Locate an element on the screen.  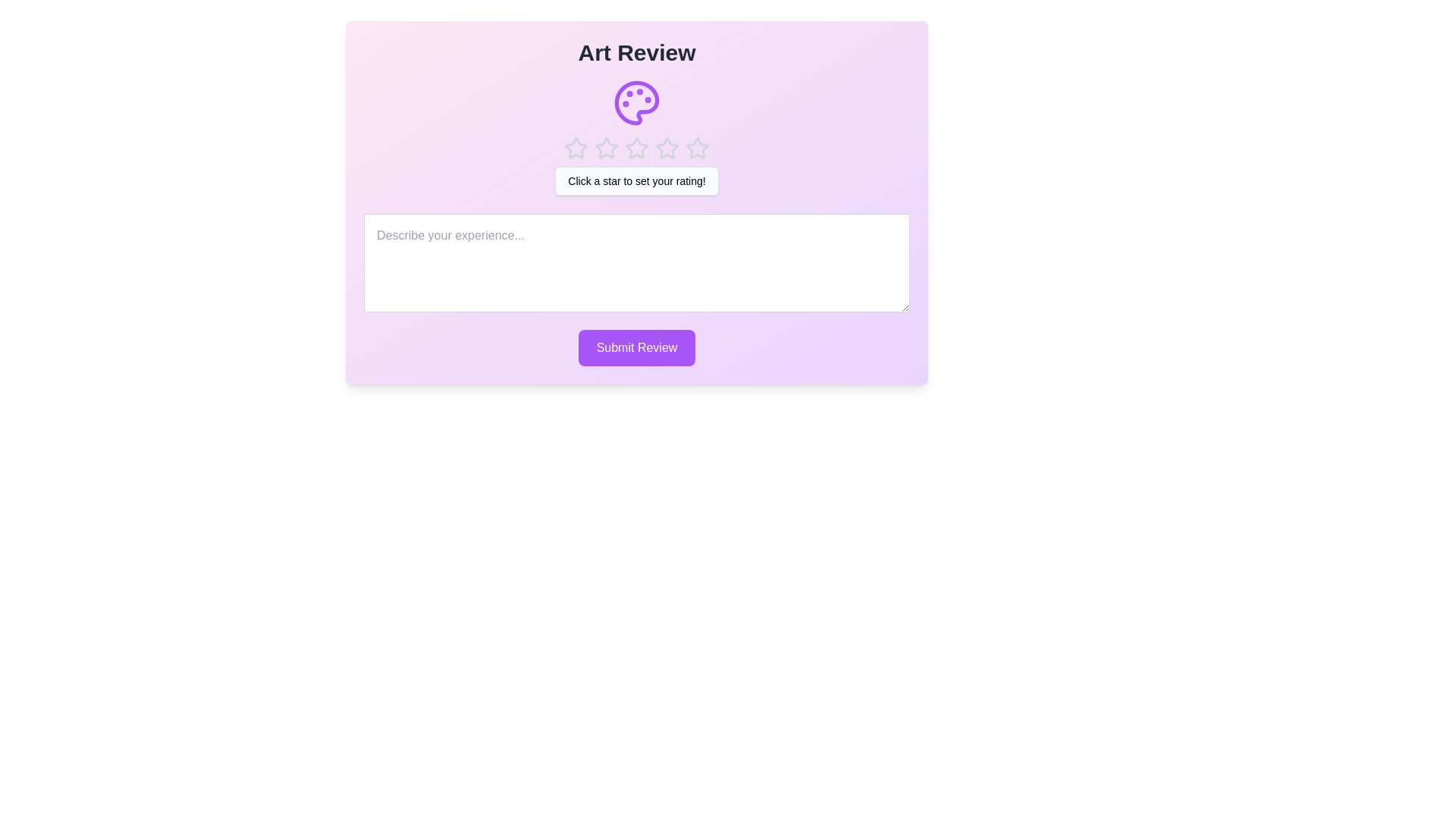
the rating to 1 stars by clicking on the corresponding star is located at coordinates (575, 149).